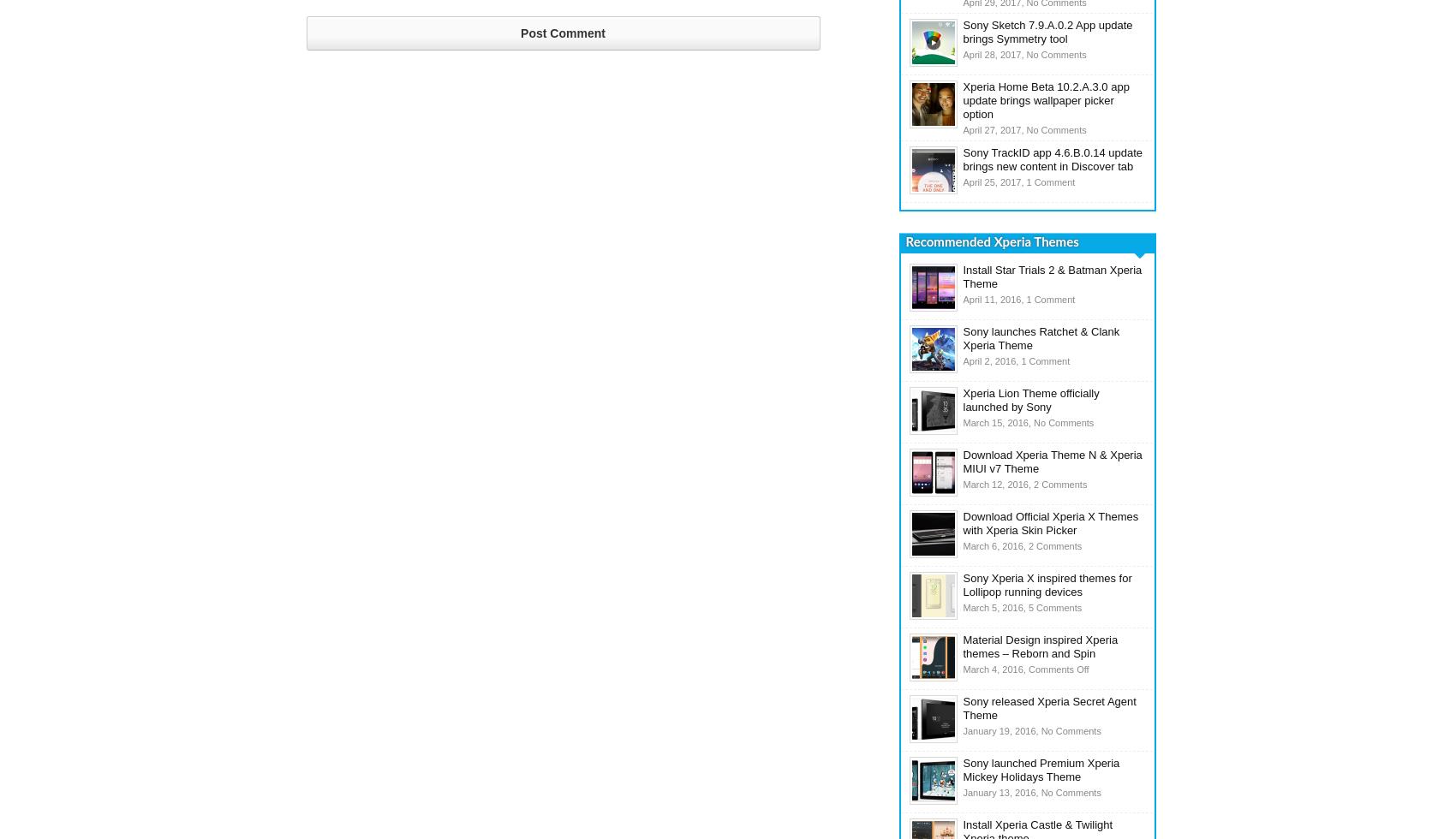 The width and height of the screenshot is (1456, 839). I want to click on 'Comments Off', so click(1057, 669).